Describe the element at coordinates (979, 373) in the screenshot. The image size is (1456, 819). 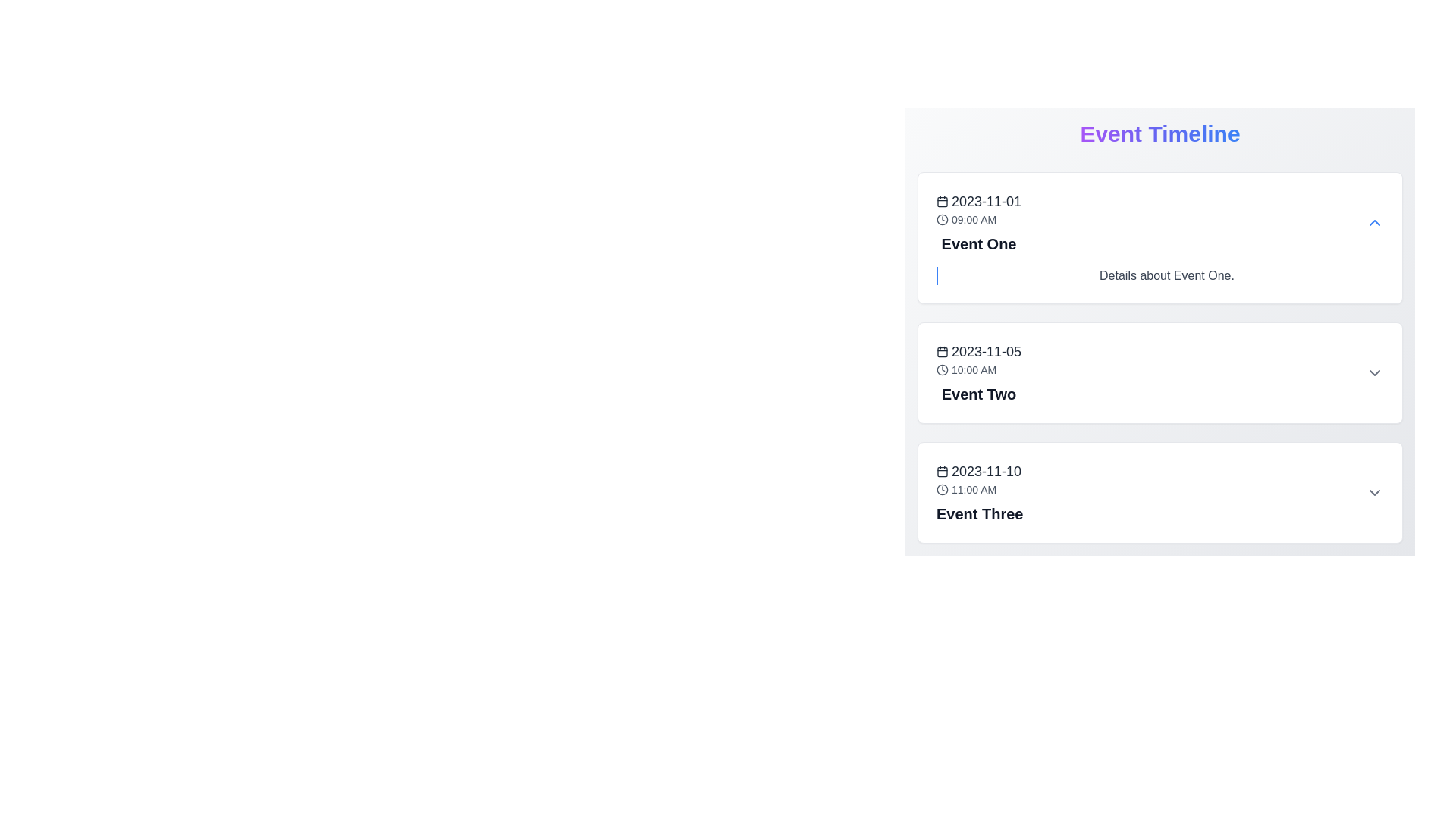
I see `the second event in the 'Event Timeline' interface, which serves as an informational block detailing a specific event` at that location.